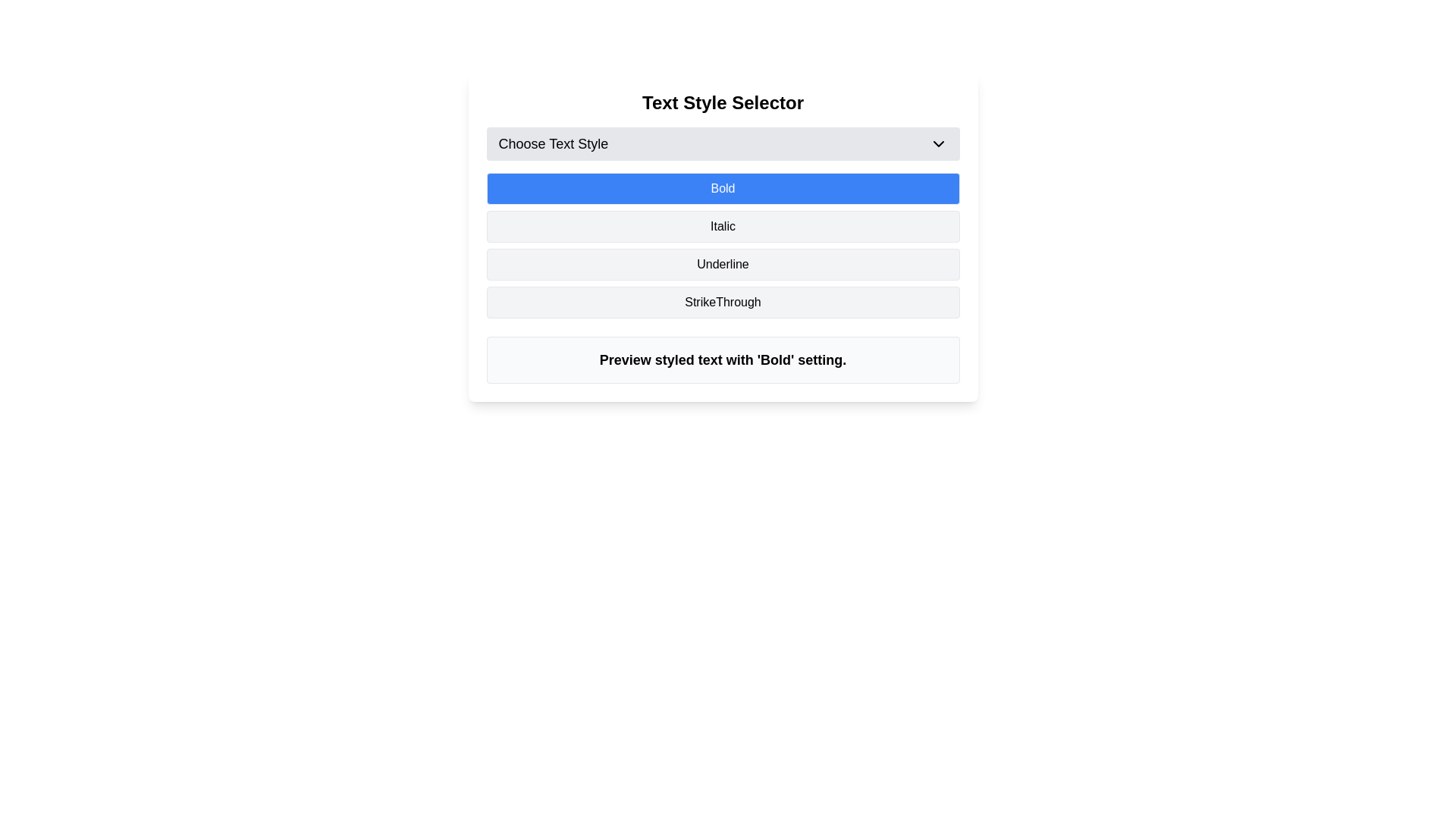 This screenshot has width=1456, height=819. What do you see at coordinates (722, 188) in the screenshot?
I see `the 'Bold' button, which is the first button in a vertical group of style buttons for text formatting` at bounding box center [722, 188].